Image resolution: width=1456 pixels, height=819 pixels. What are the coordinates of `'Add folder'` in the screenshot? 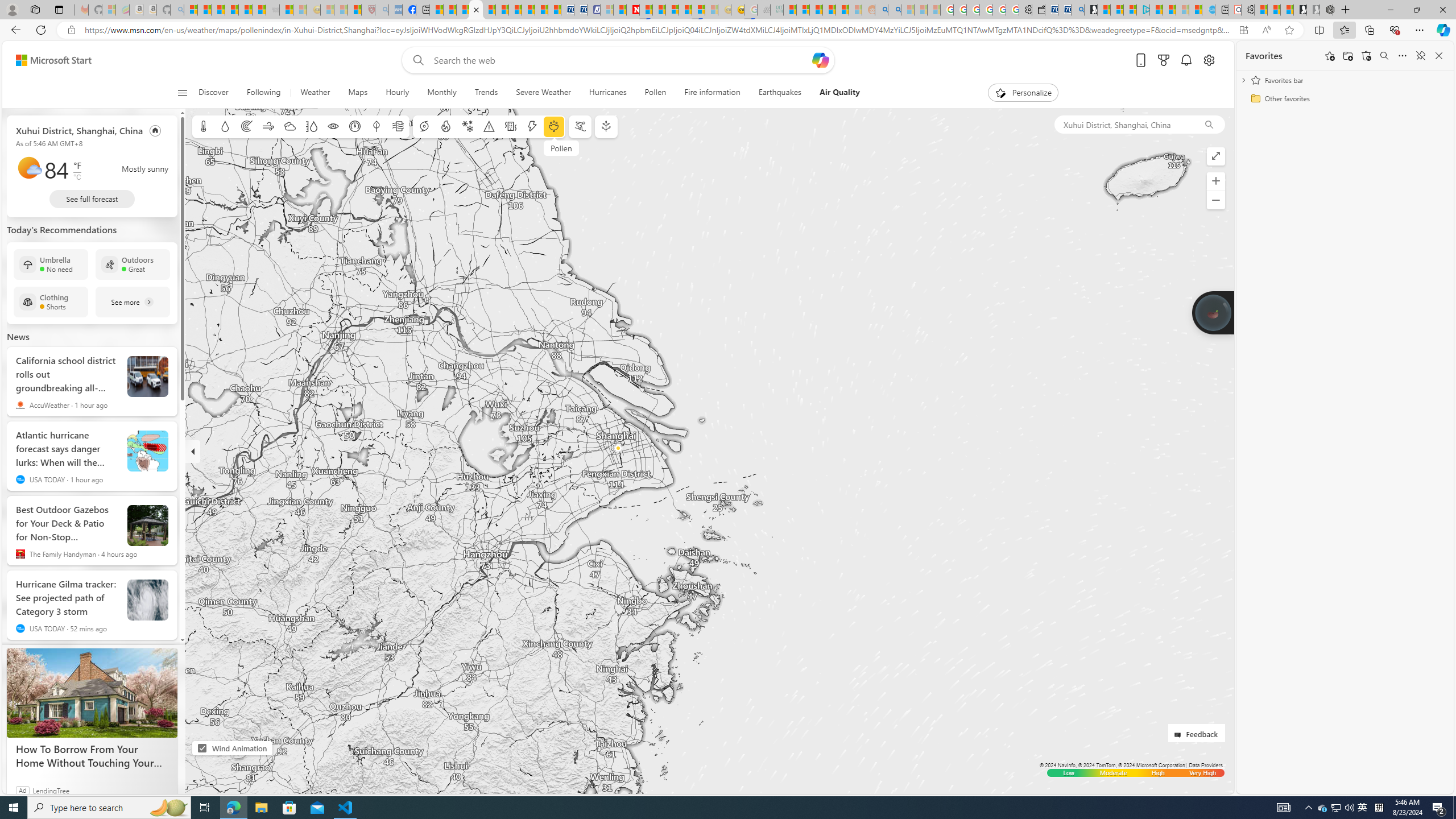 It's located at (1347, 55).